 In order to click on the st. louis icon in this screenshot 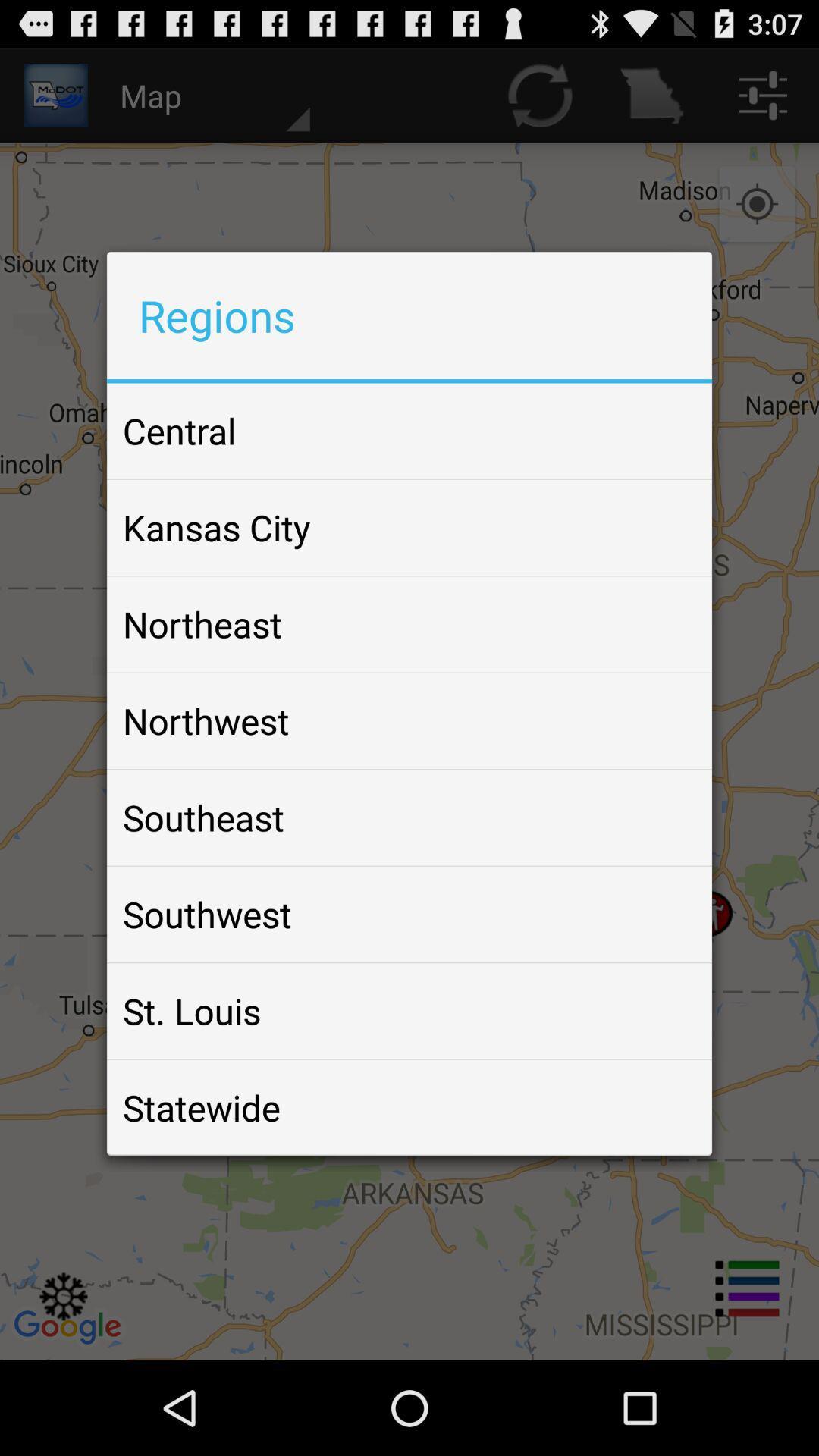, I will do `click(191, 1011)`.